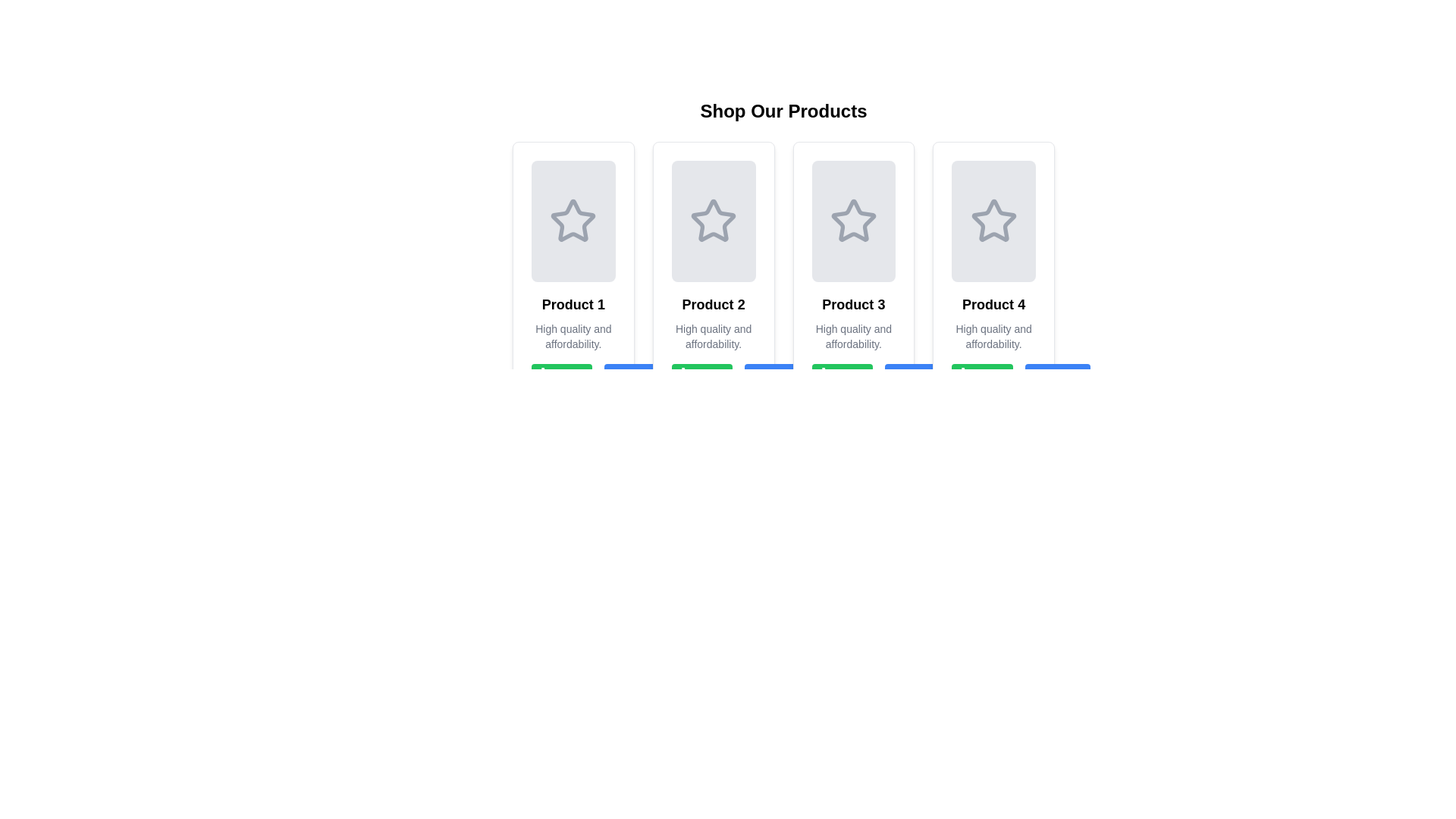 Image resolution: width=1456 pixels, height=819 pixels. Describe the element at coordinates (853, 221) in the screenshot. I see `the light gray rectangle with rounded corners that displays a large gray star icon, located in the center of the card labeled 'Product 3', above the text 'High quality and affordability.'` at that location.